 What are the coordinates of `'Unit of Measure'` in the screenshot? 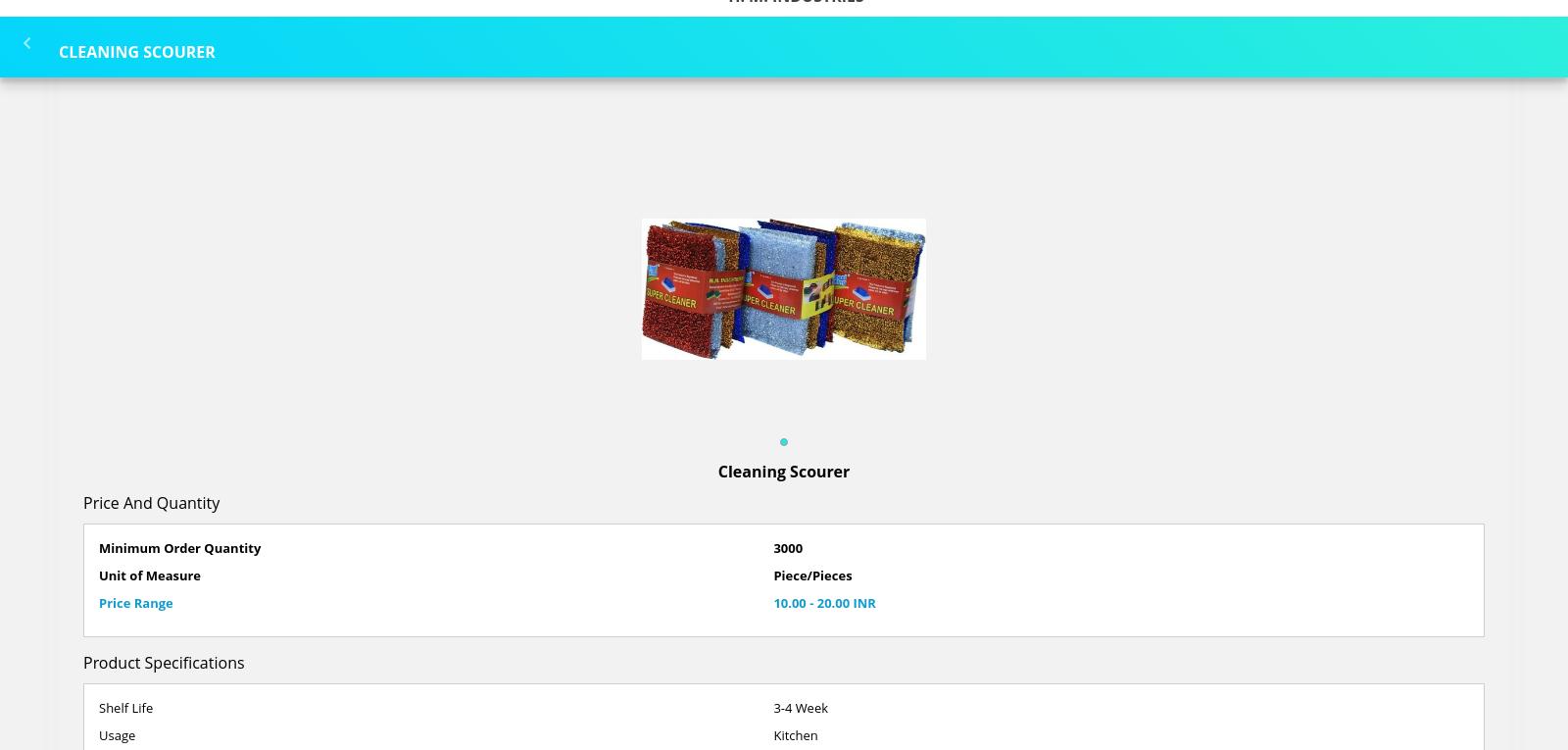 It's located at (97, 575).